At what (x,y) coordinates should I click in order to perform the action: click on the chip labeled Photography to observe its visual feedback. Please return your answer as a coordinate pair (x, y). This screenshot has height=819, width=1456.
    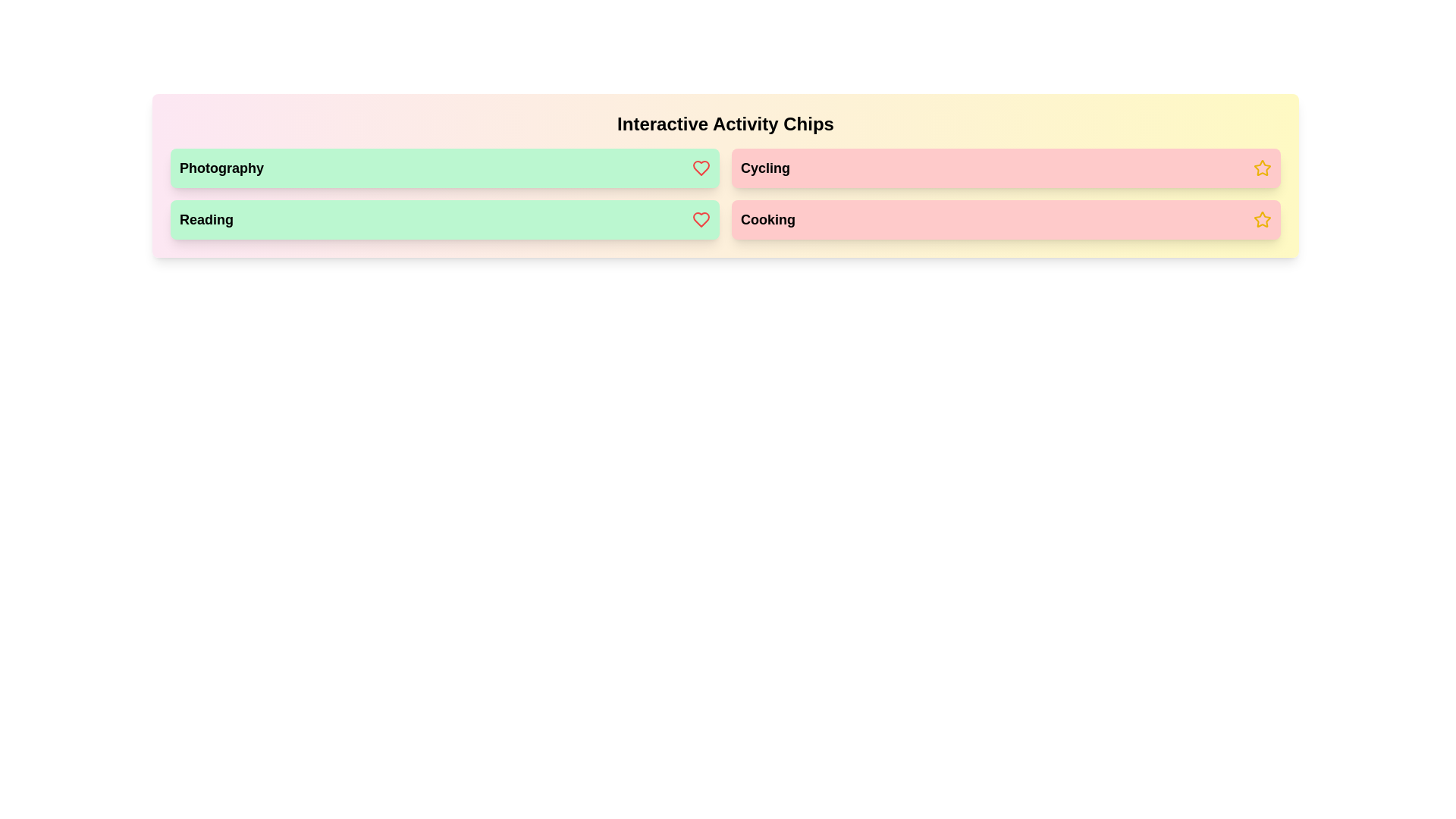
    Looking at the image, I should click on (444, 168).